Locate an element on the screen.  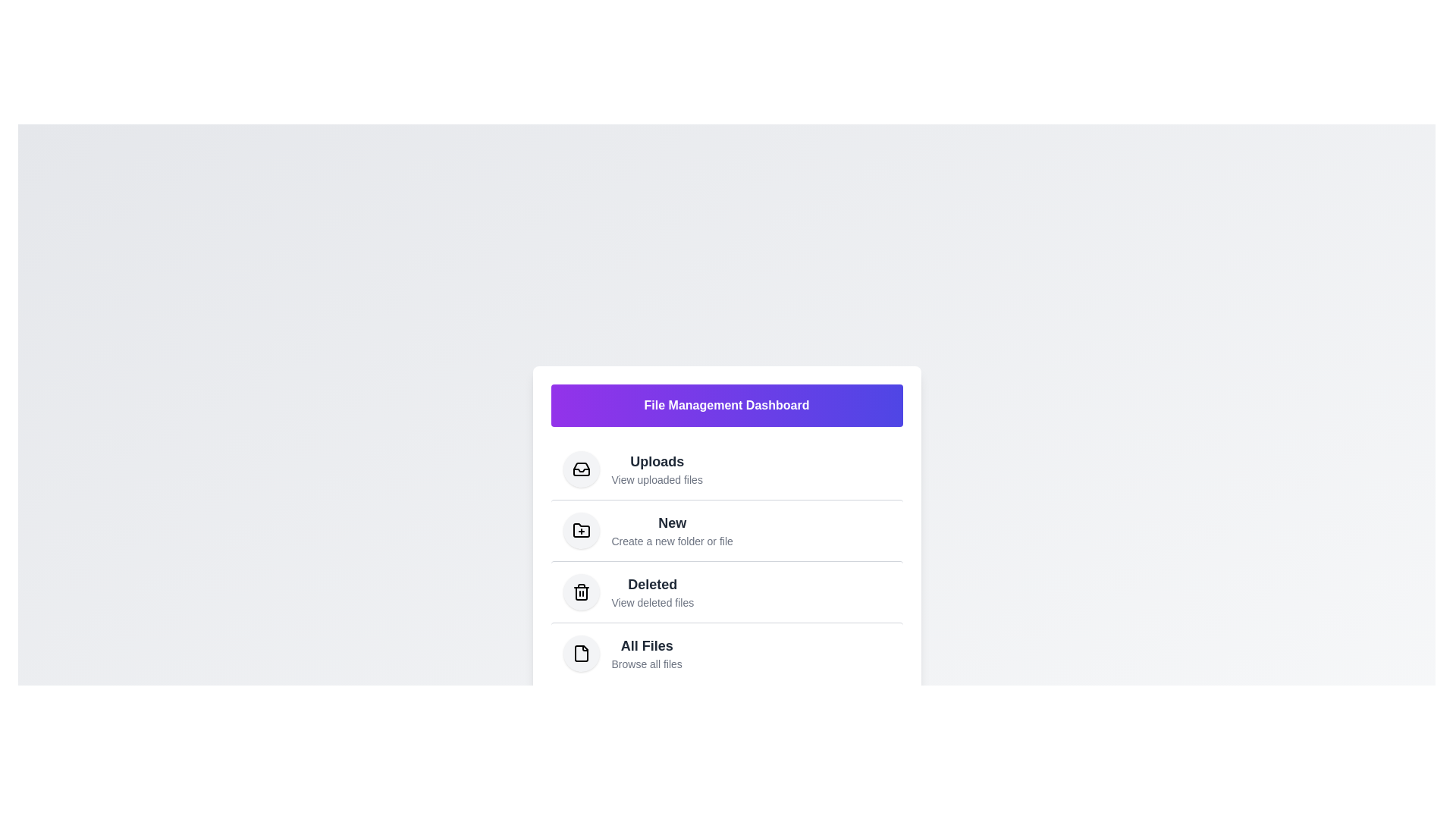
the text element labeled 'All Files' to select it is located at coordinates (647, 645).